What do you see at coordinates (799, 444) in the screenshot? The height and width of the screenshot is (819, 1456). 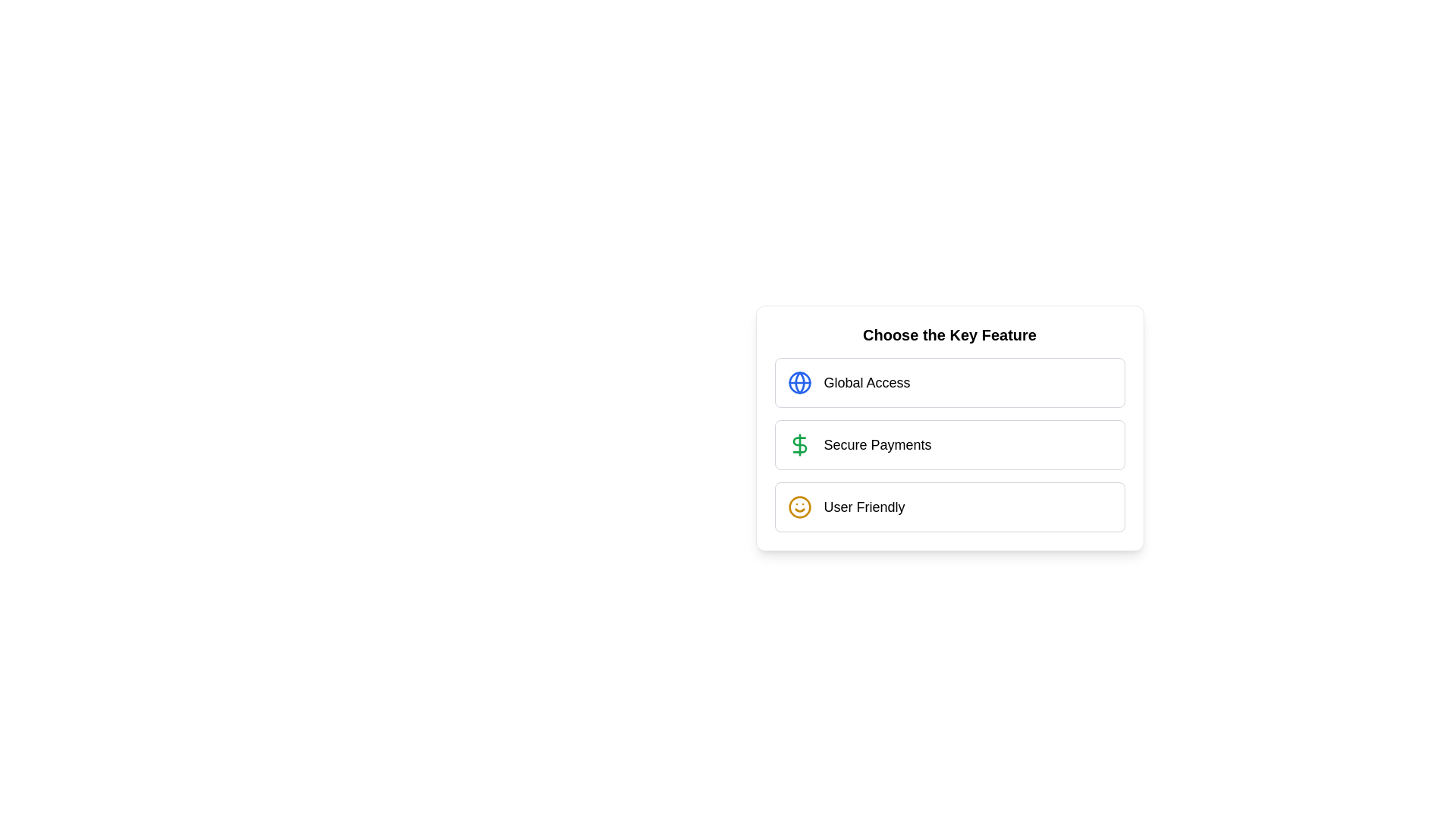 I see `the secure payments icon located next to the 'Secure Payments' text within the 'Choose the Key Feature' options` at bounding box center [799, 444].